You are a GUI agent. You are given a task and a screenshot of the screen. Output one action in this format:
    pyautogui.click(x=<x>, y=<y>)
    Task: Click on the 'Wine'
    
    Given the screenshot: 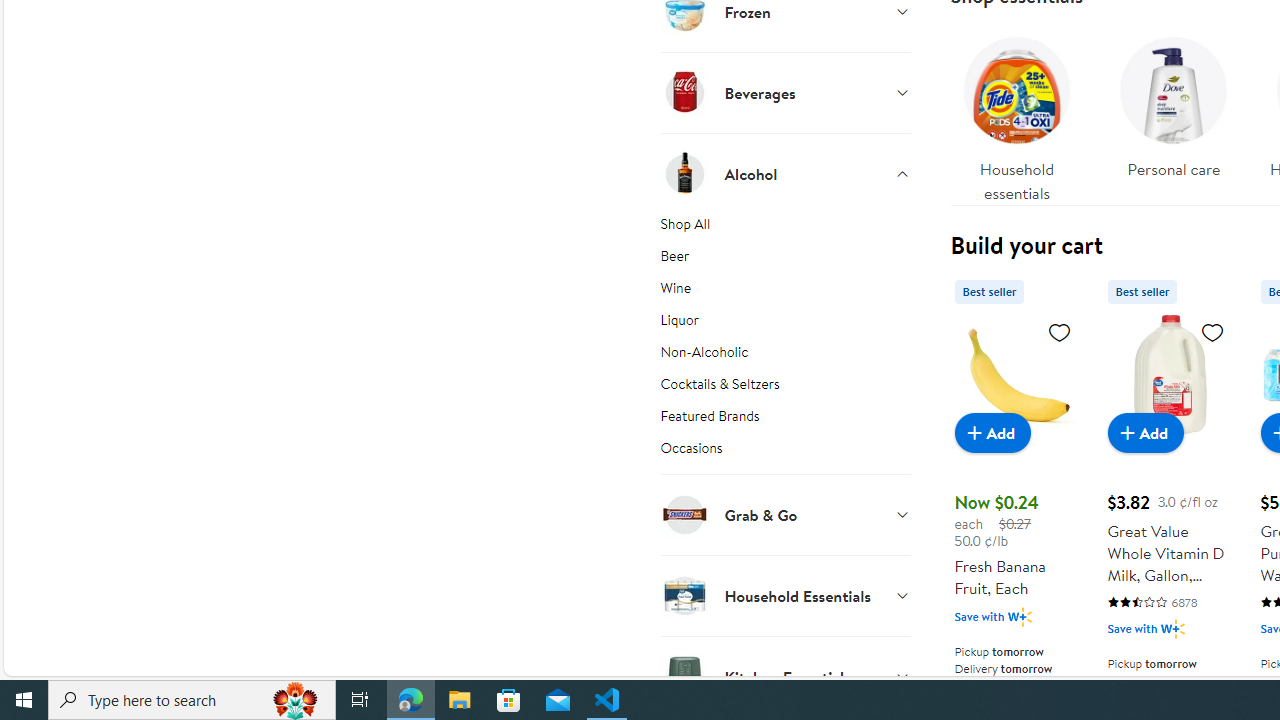 What is the action you would take?
    pyautogui.click(x=784, y=291)
    